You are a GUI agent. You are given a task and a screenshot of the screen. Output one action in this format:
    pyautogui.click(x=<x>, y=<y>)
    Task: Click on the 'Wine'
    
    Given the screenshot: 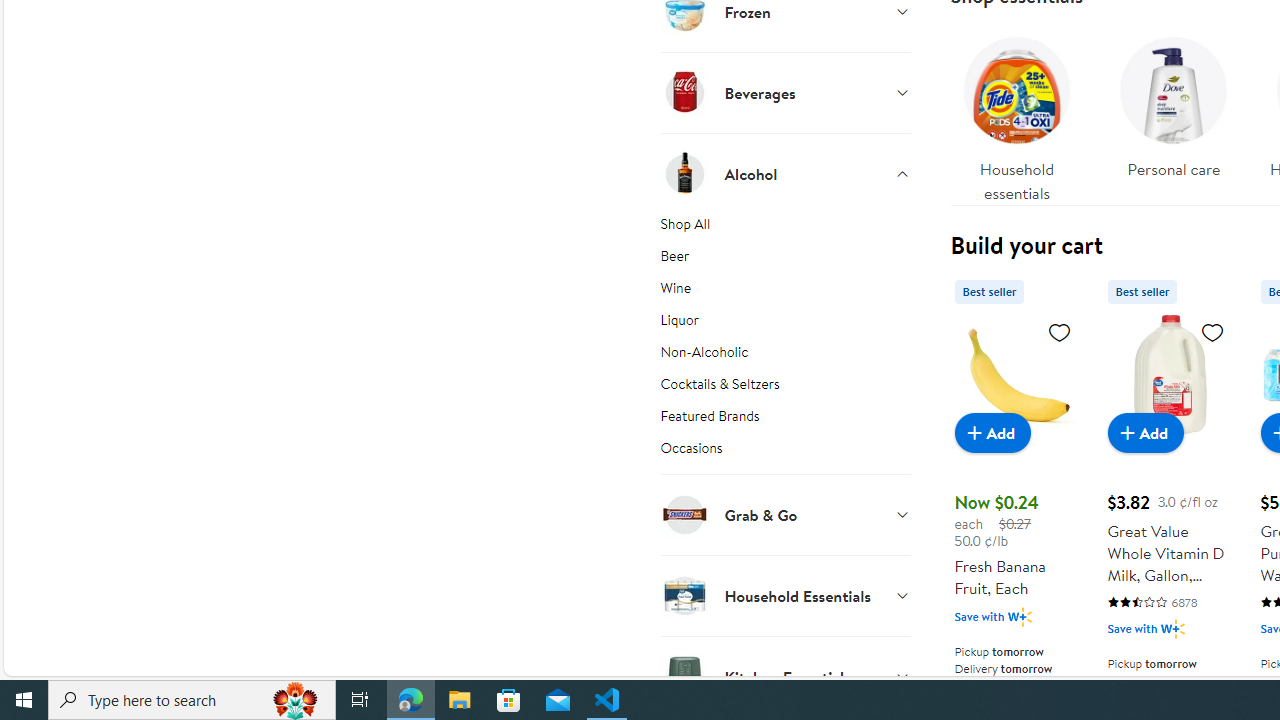 What is the action you would take?
    pyautogui.click(x=784, y=291)
    